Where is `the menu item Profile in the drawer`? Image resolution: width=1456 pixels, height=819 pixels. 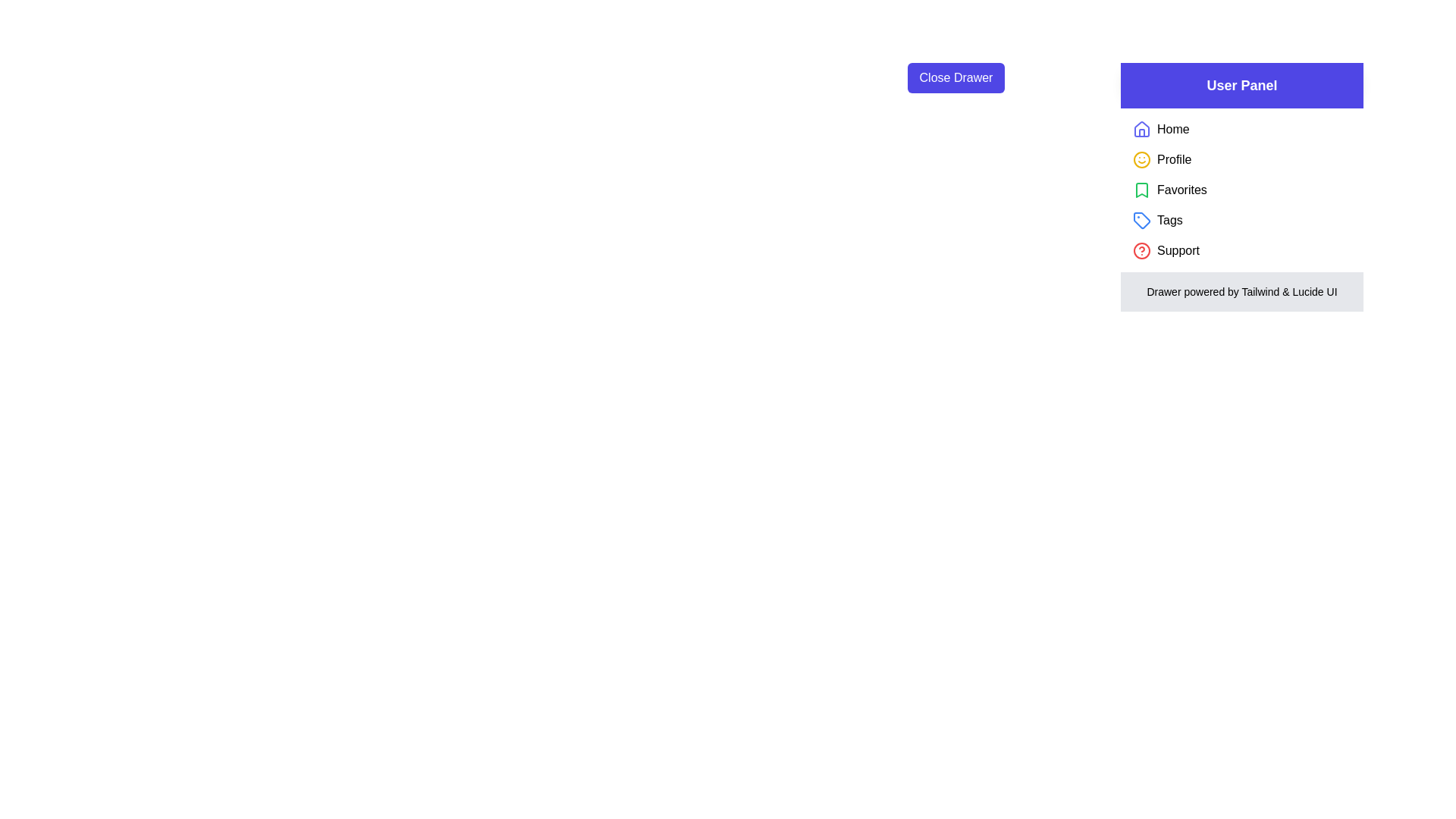 the menu item Profile in the drawer is located at coordinates (1173, 160).